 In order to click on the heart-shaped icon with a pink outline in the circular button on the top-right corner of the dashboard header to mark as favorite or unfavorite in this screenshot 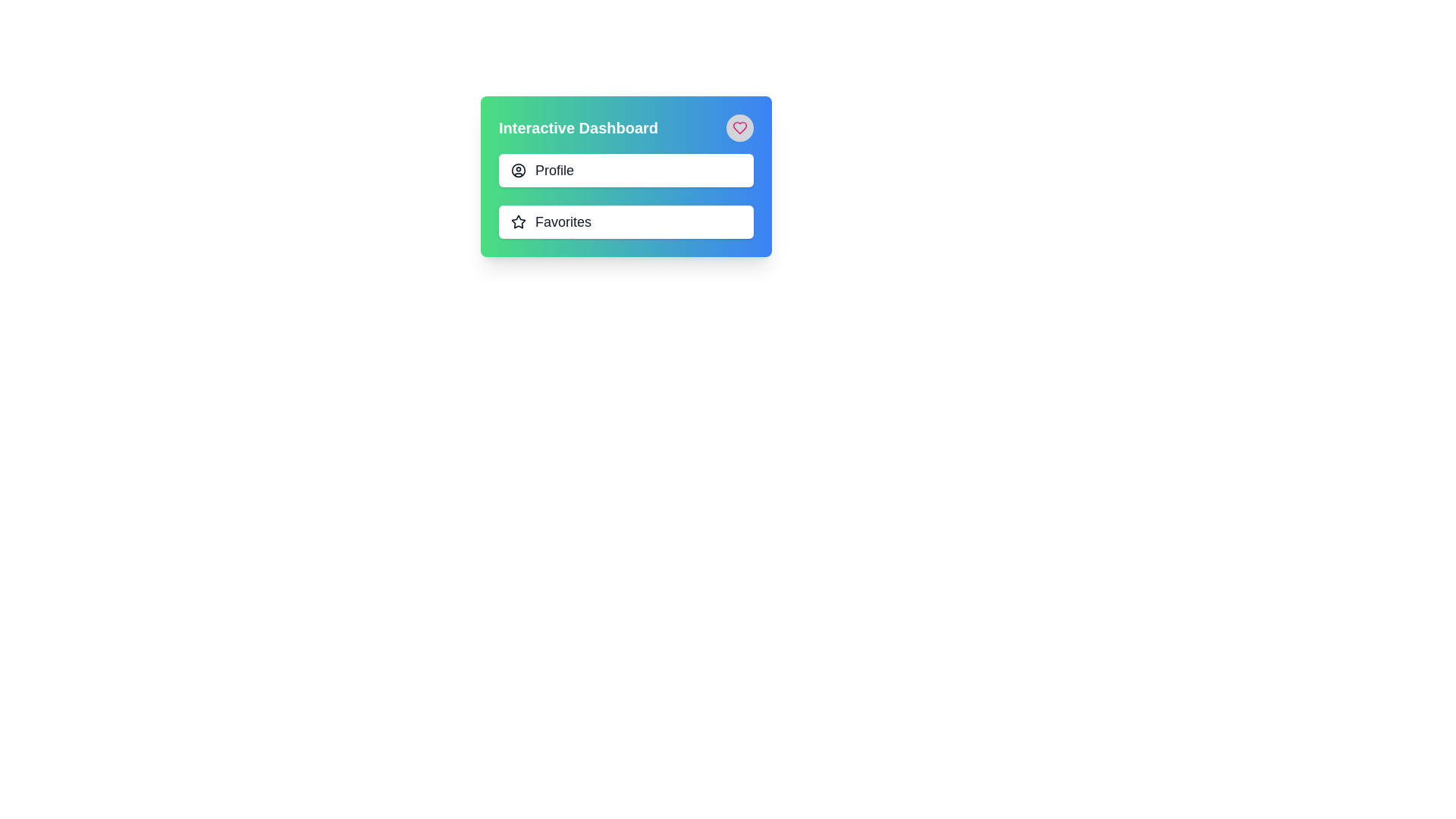, I will do `click(739, 127)`.